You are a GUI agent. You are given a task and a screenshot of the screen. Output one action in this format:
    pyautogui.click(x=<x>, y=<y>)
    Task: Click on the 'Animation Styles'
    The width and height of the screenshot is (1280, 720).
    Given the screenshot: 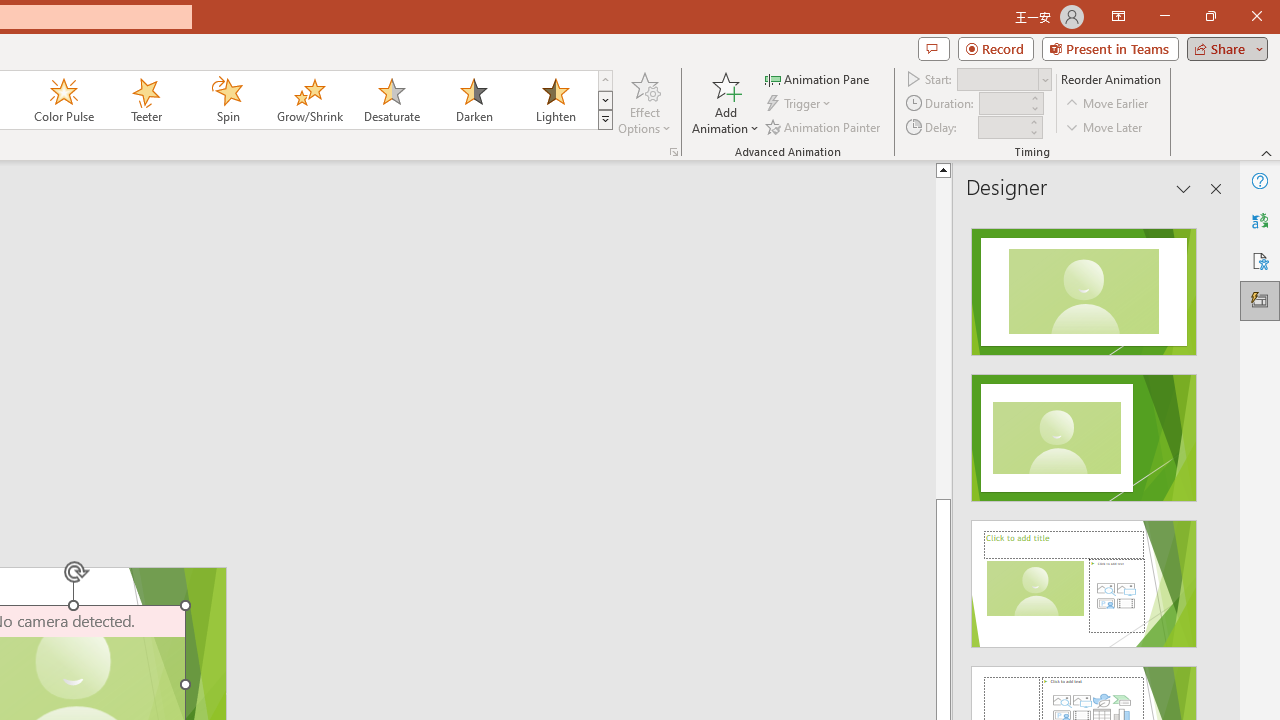 What is the action you would take?
    pyautogui.click(x=604, y=120)
    